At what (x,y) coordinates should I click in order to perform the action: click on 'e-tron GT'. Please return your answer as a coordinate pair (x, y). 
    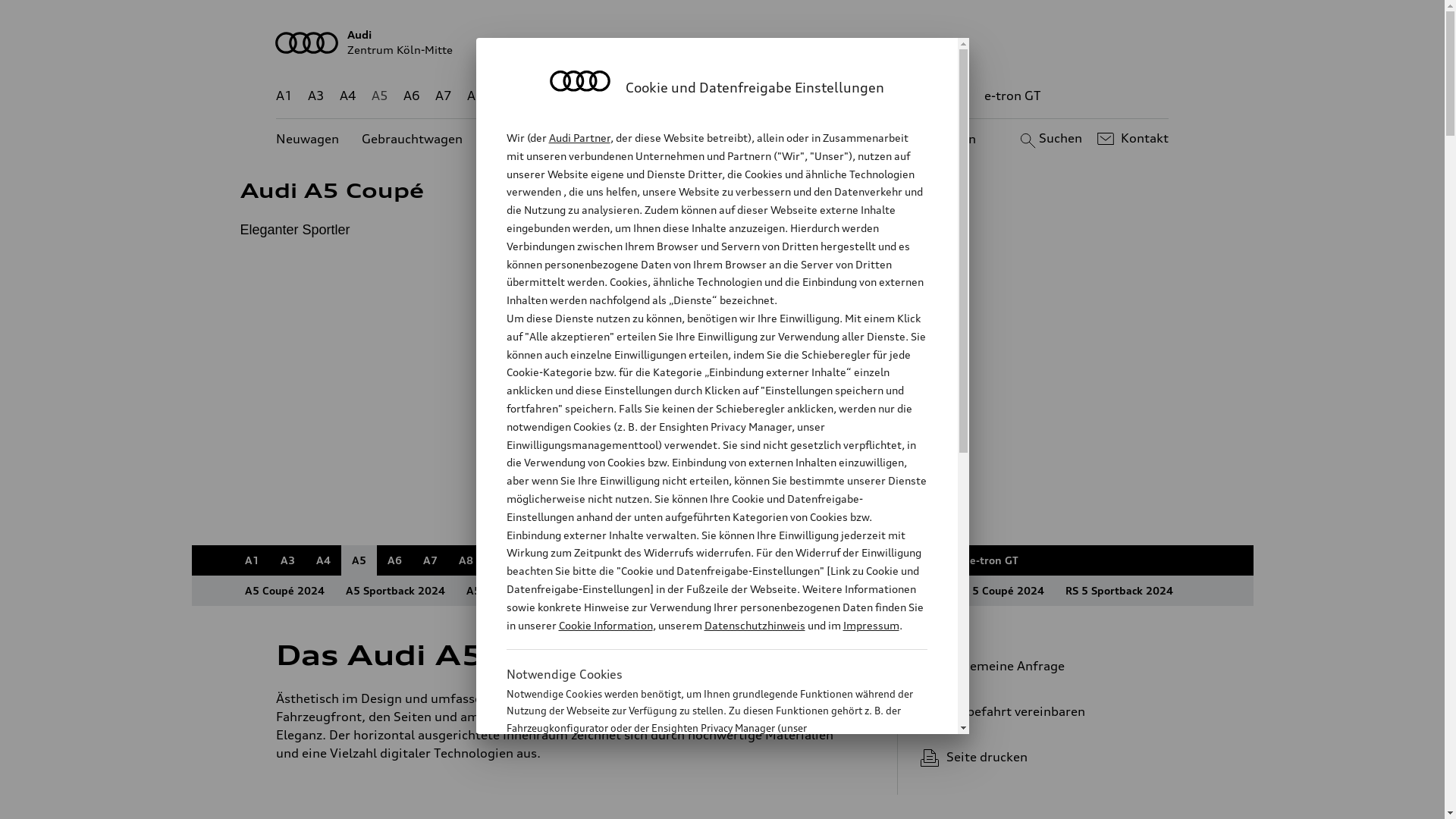
    Looking at the image, I should click on (1012, 96).